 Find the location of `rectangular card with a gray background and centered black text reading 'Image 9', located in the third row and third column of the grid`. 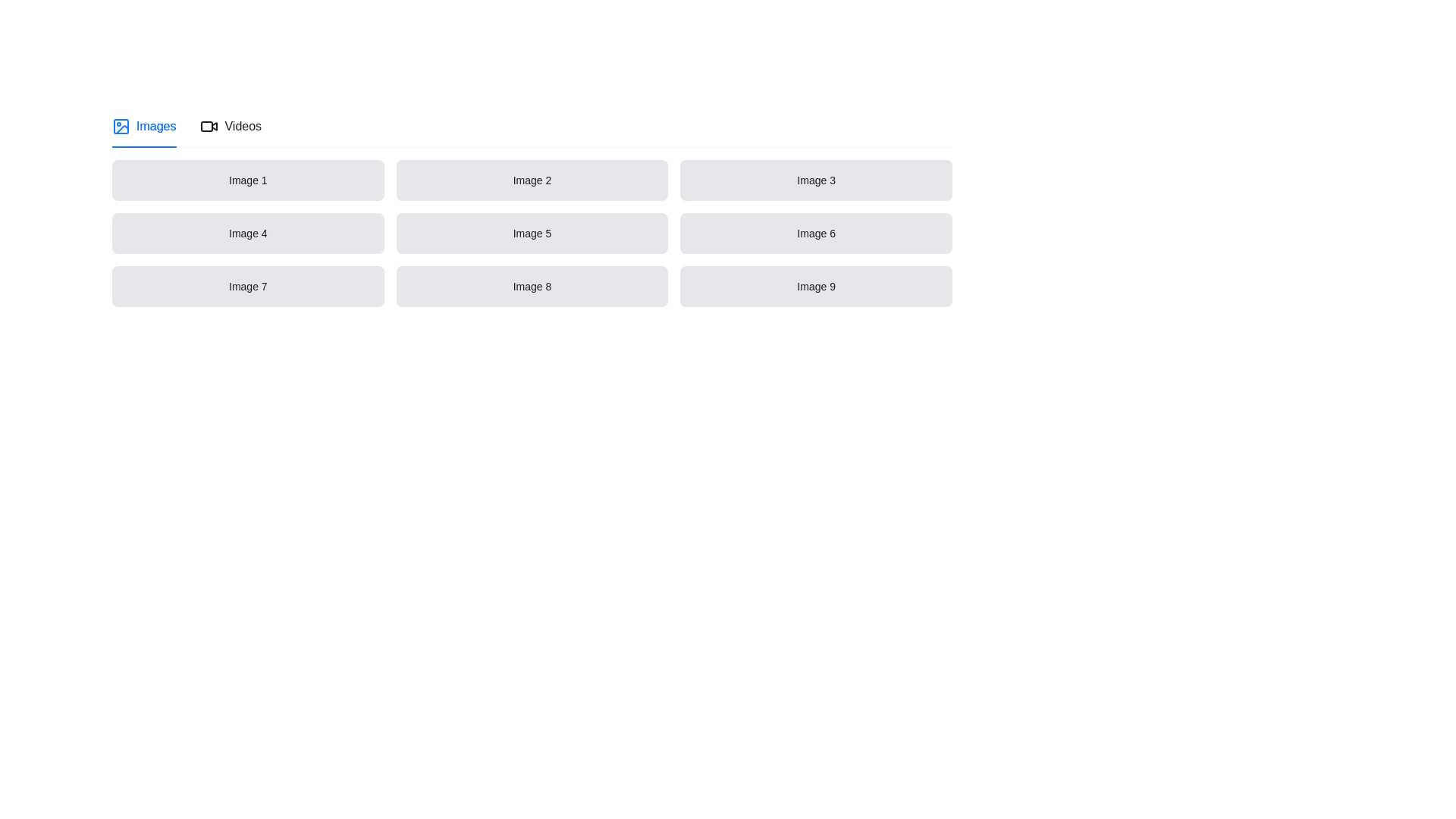

rectangular card with a gray background and centered black text reading 'Image 9', located in the third row and third column of the grid is located at coordinates (815, 287).